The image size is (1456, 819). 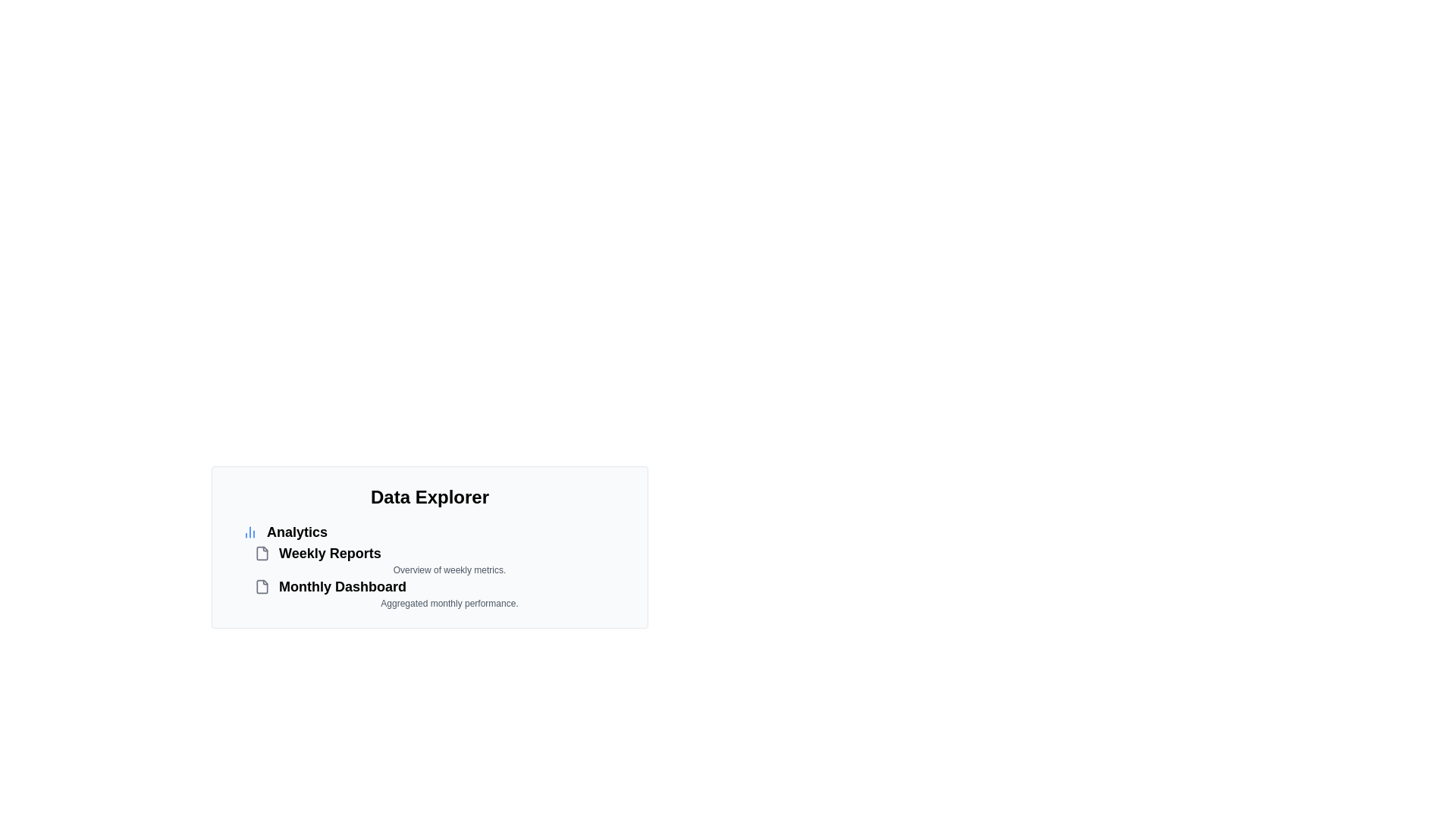 I want to click on the 'Monthly Dashboard' text label, which is the second item under the 'Analytics' category in the 'Data Explorer' section, visually aligned below 'Weekly Reports' and to the right of a file-like icon, so click(x=341, y=586).